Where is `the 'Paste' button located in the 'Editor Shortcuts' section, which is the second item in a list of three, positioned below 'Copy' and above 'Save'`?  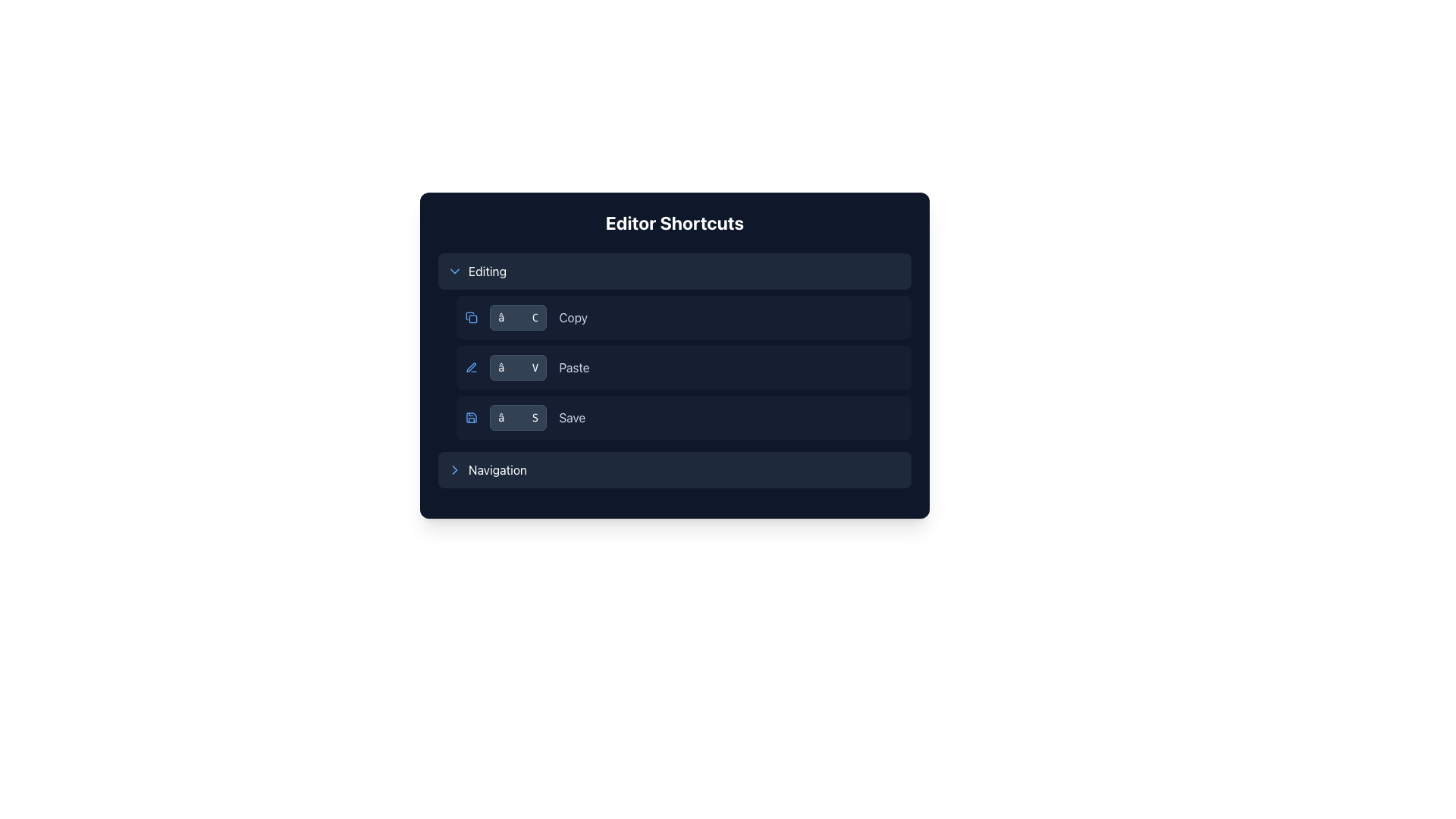
the 'Paste' button located in the 'Editor Shortcuts' section, which is the second item in a list of three, positioned below 'Copy' and above 'Save' is located at coordinates (683, 368).